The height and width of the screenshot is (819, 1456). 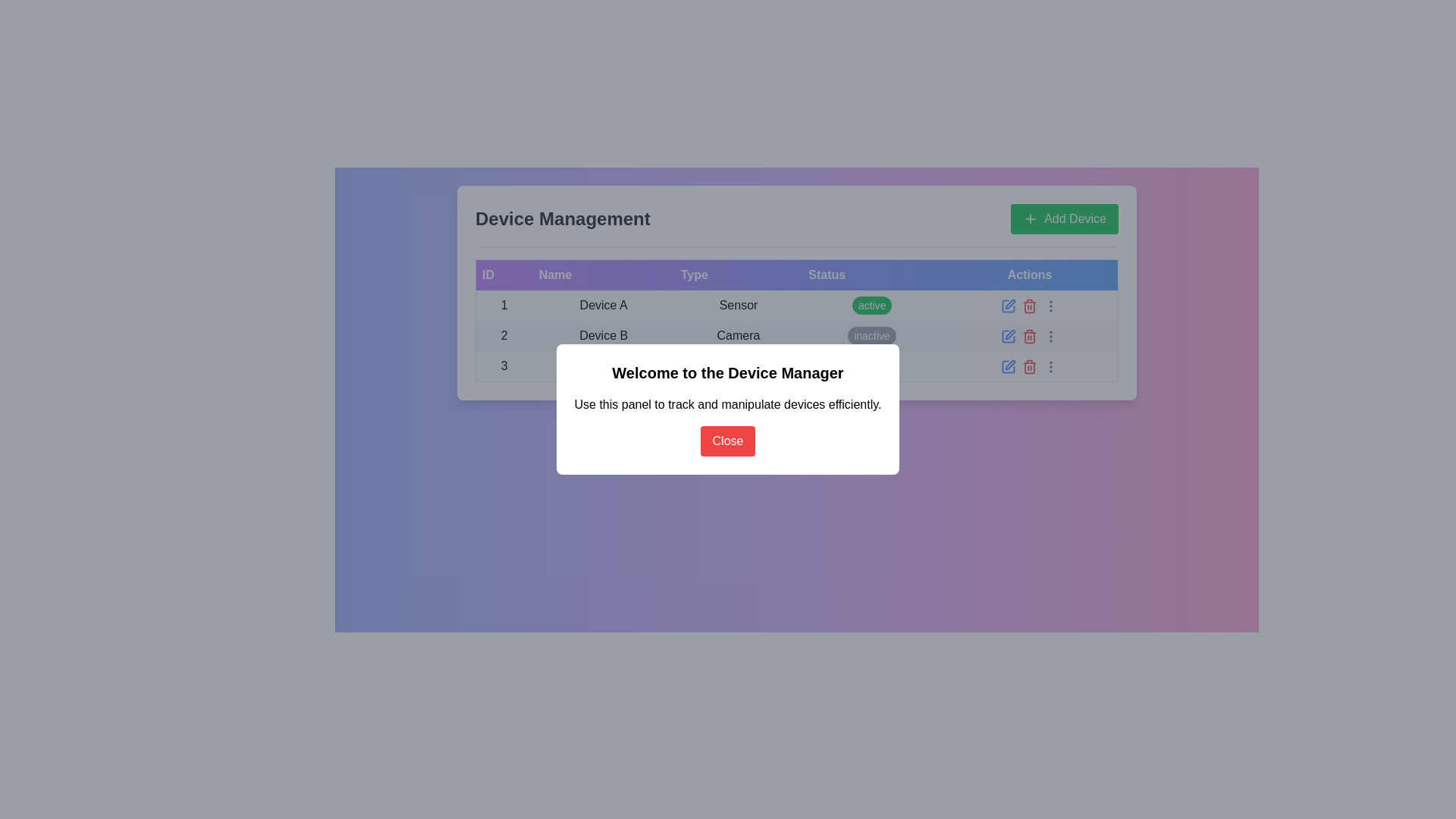 I want to click on the static text label displaying the word 'Actions', which is the fifth element in the header row, set against a blue background, so click(x=1030, y=275).